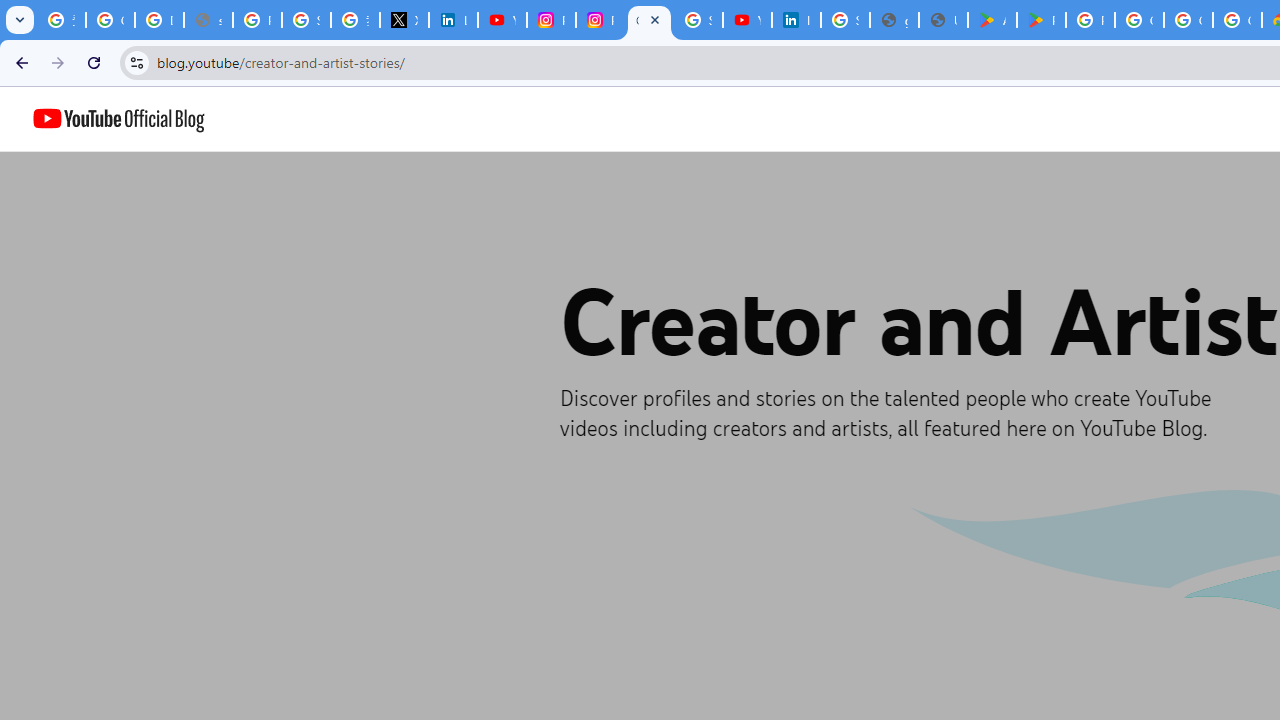  Describe the element at coordinates (1040, 20) in the screenshot. I see `'PAW Patrol Rescue World - Apps on Google Play'` at that location.